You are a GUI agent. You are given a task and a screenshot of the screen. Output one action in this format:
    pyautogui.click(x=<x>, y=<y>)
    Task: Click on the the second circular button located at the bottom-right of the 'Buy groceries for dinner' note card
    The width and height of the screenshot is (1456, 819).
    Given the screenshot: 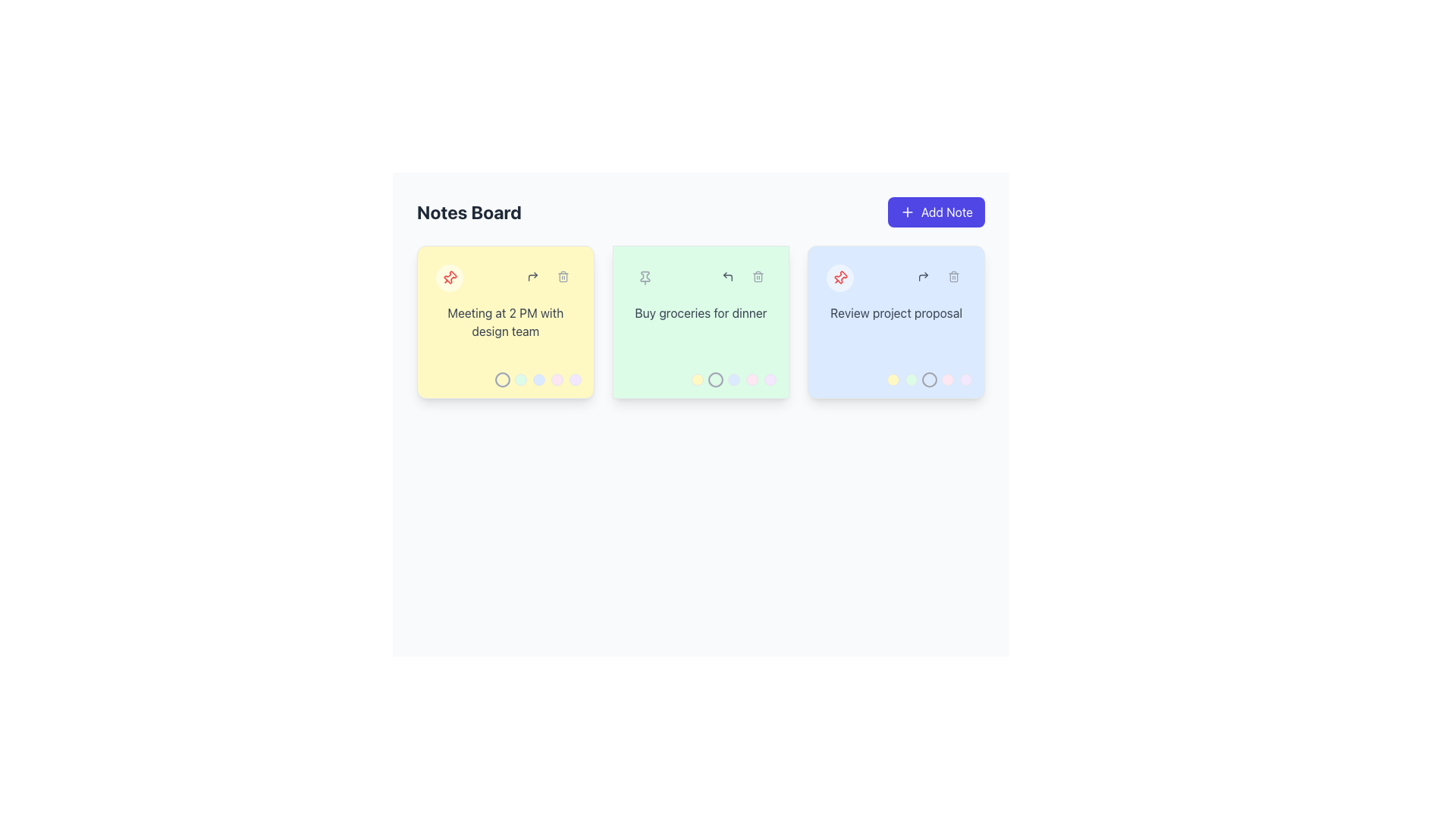 What is the action you would take?
    pyautogui.click(x=715, y=379)
    